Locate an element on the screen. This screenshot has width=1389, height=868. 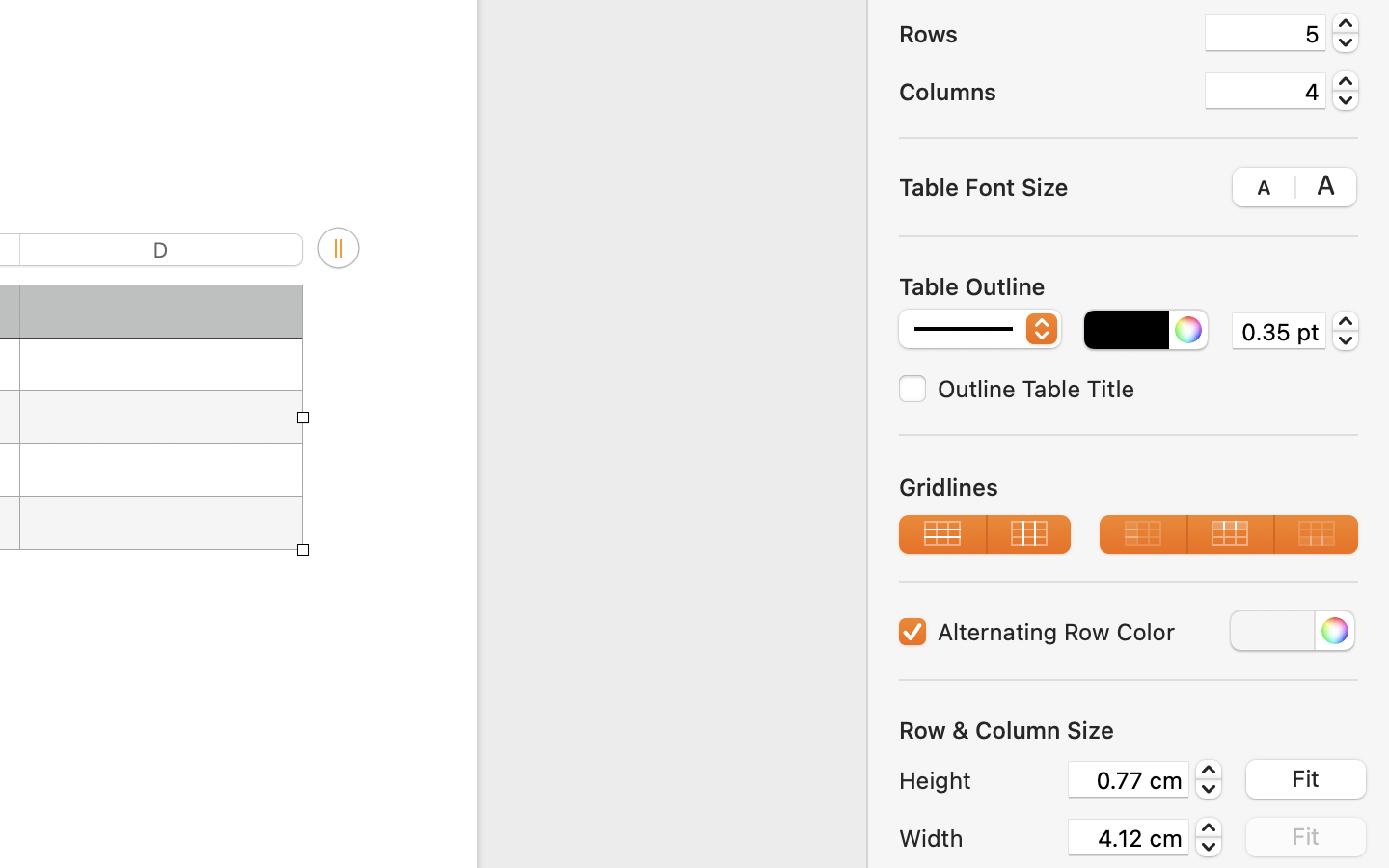
'5' is located at coordinates (1265, 32).